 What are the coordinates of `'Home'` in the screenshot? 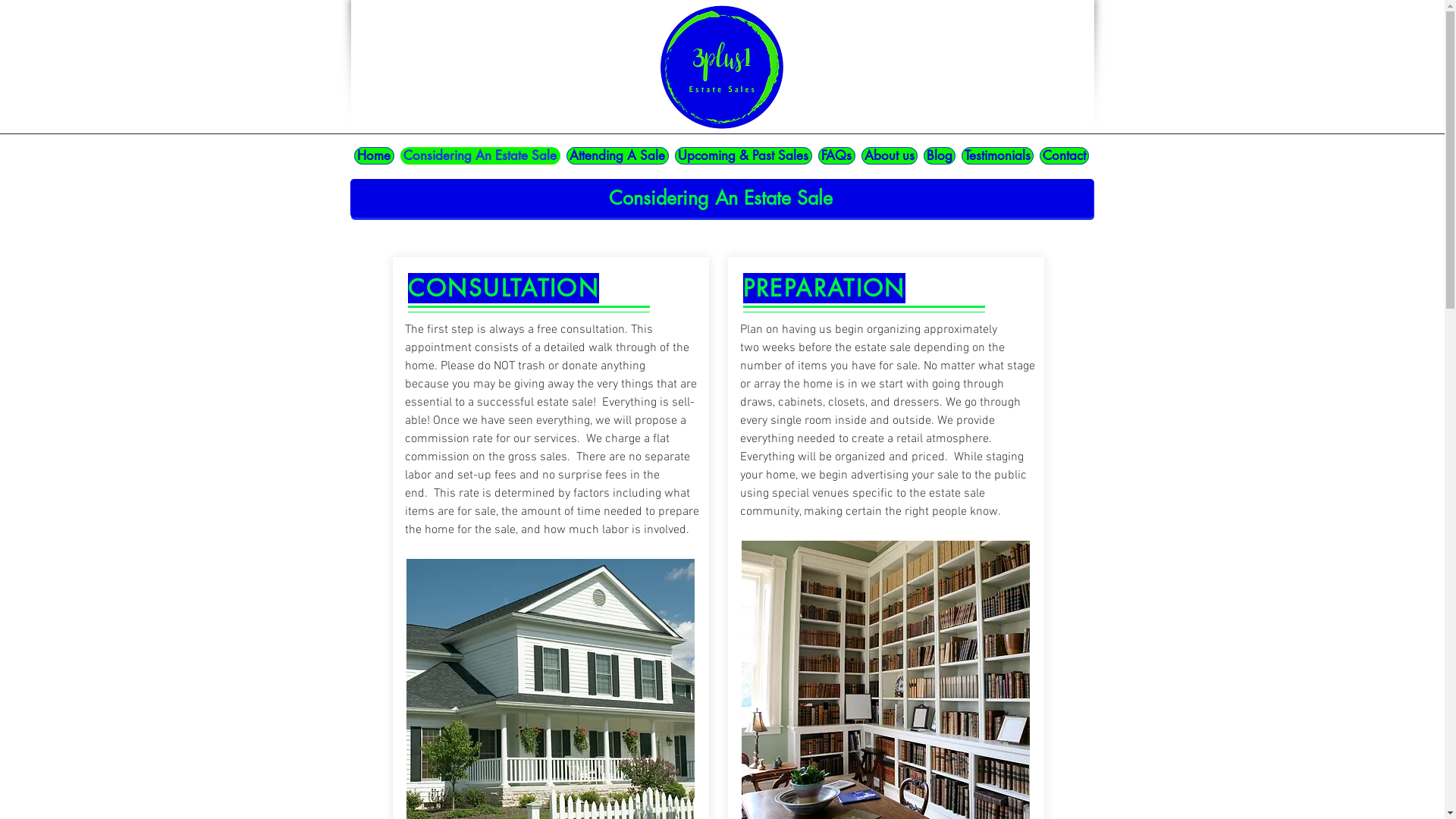 It's located at (373, 155).